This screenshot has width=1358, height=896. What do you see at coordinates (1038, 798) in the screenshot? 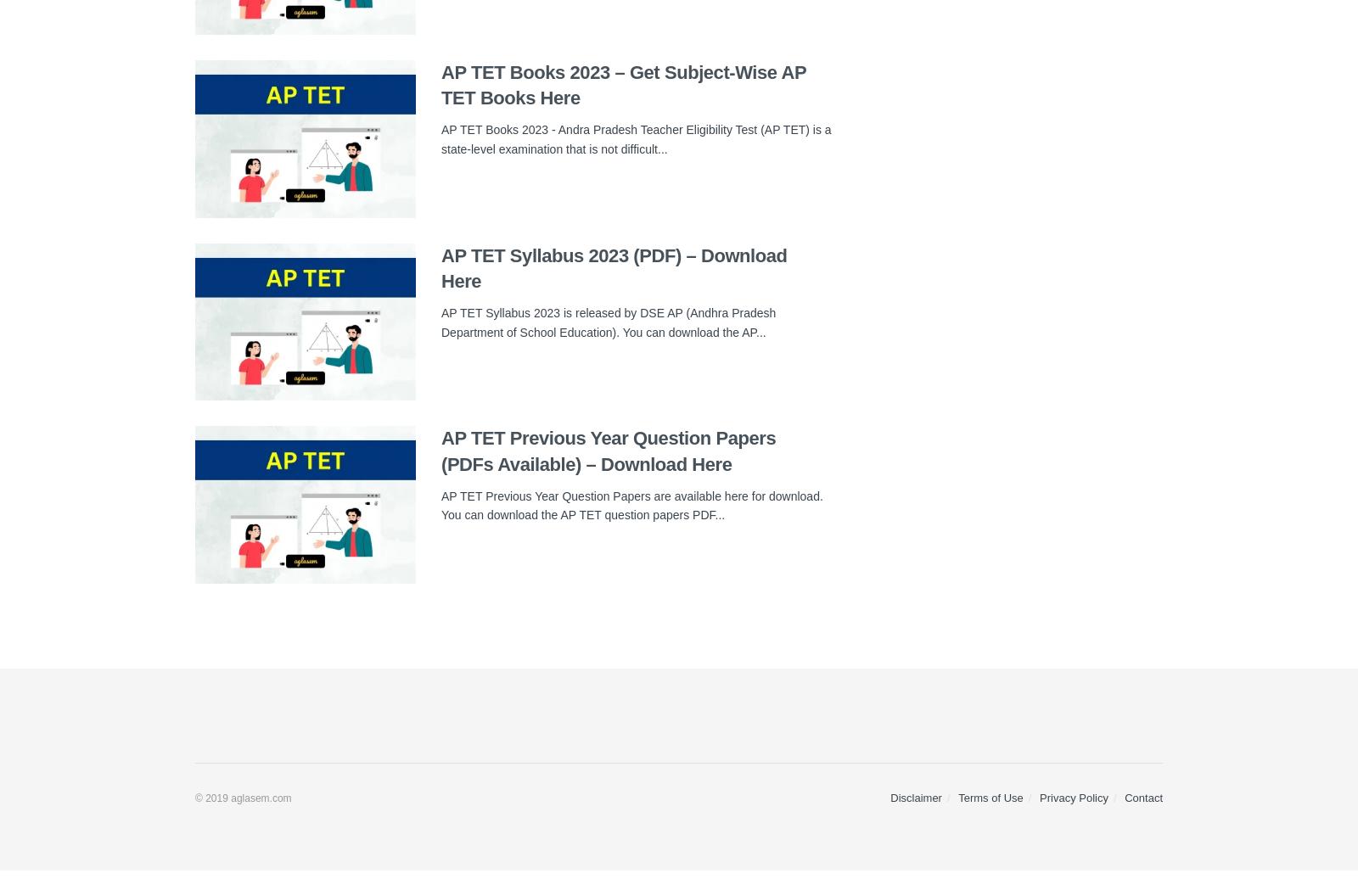
I see `'Privacy Policy'` at bounding box center [1038, 798].